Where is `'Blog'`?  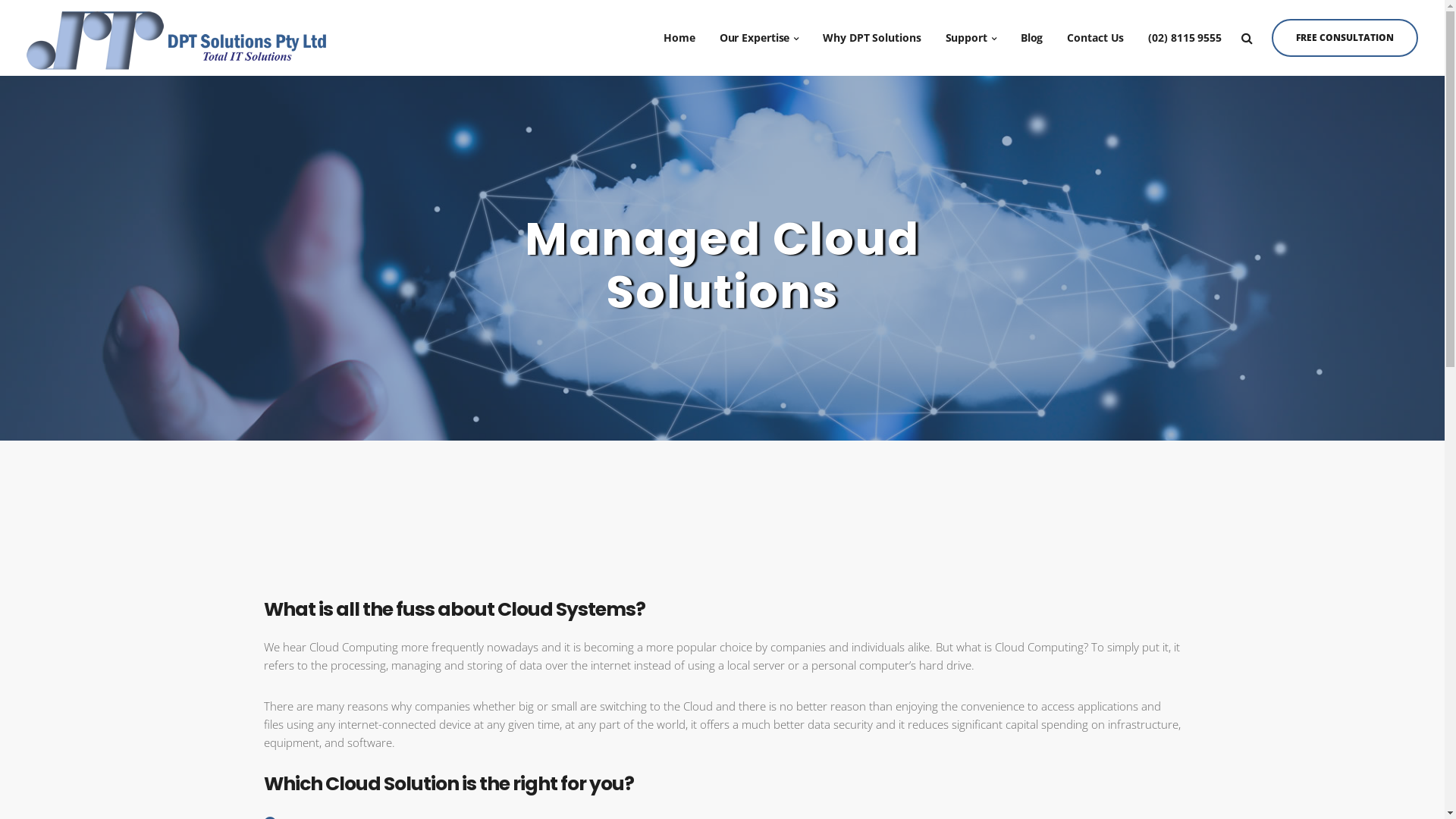 'Blog' is located at coordinates (1008, 37).